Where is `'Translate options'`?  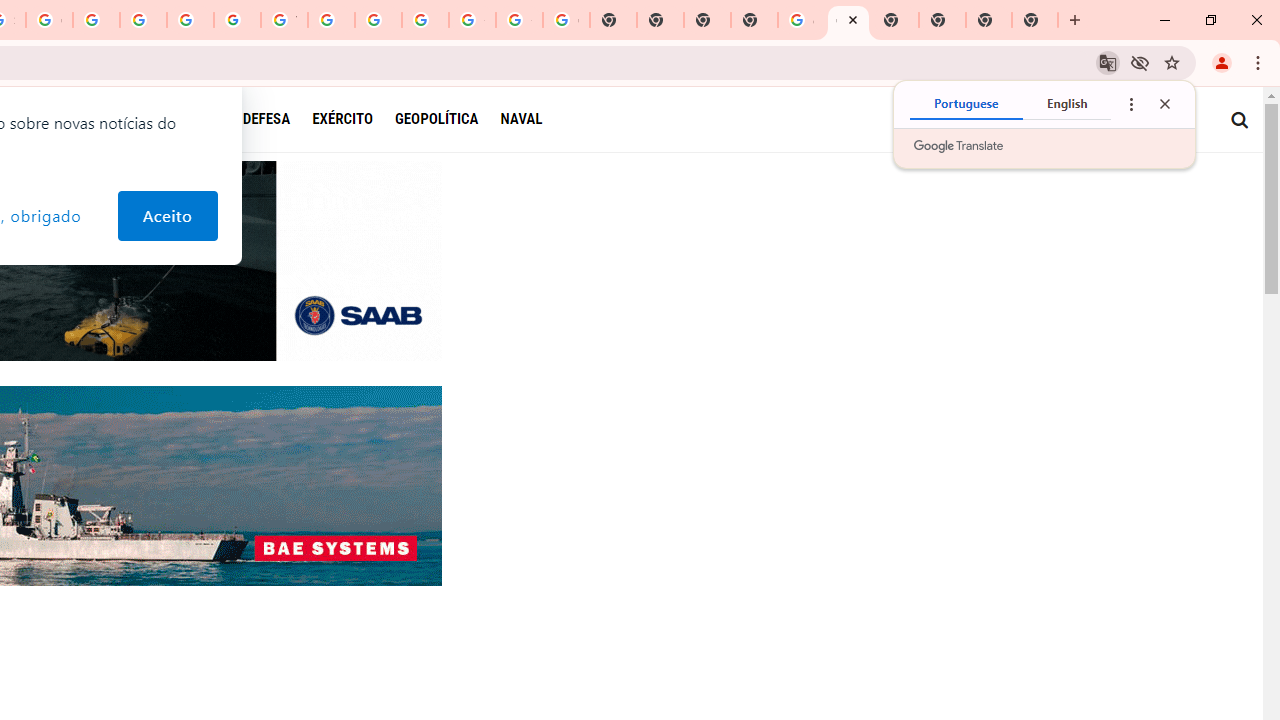 'Translate options' is located at coordinates (1130, 104).